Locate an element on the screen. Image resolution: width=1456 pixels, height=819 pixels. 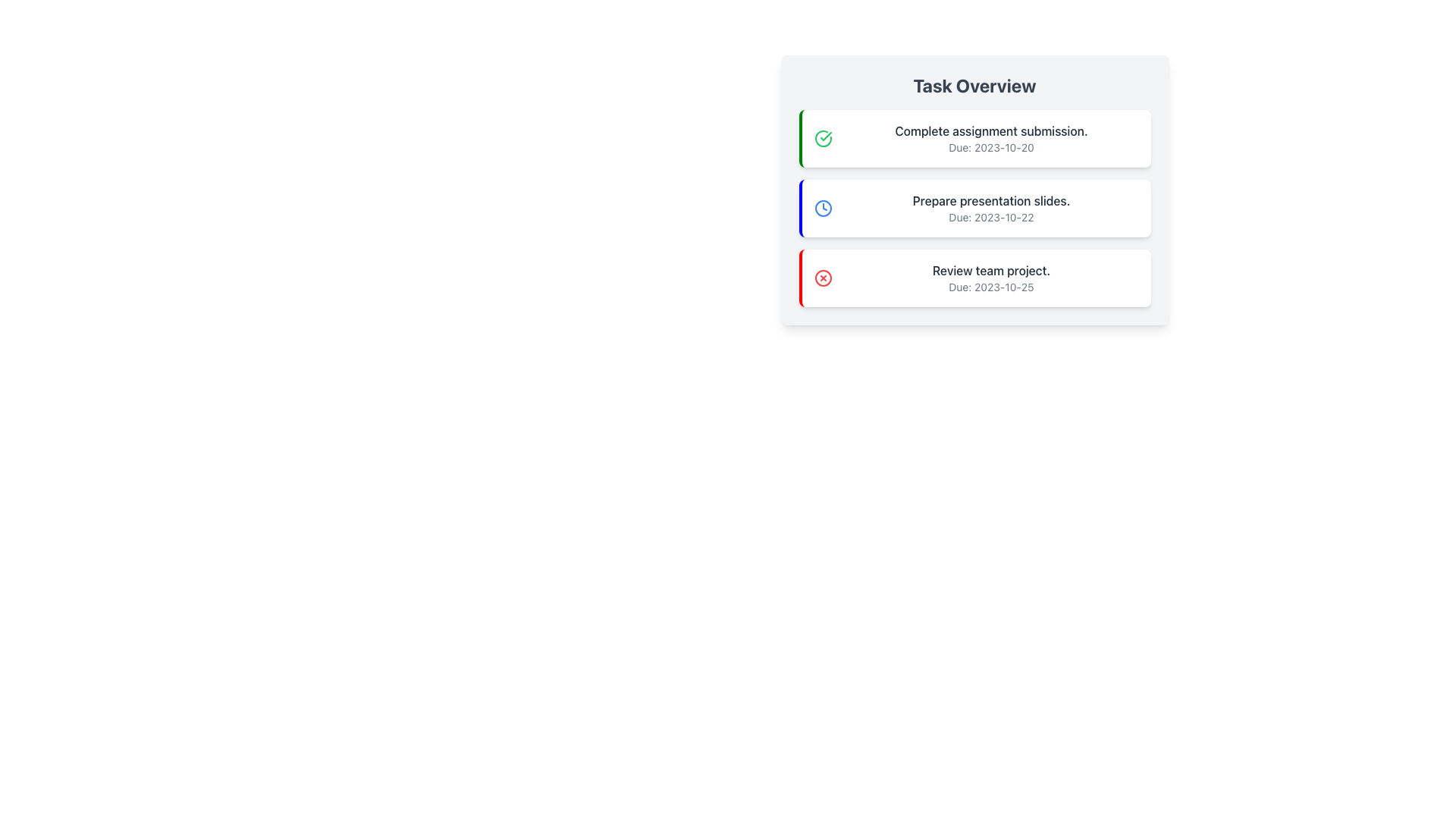
the time or due date icon located in the task card titled 'Prepare presentation slides' within the 'Task Overview' list, positioned to the far left of the text content is located at coordinates (822, 208).